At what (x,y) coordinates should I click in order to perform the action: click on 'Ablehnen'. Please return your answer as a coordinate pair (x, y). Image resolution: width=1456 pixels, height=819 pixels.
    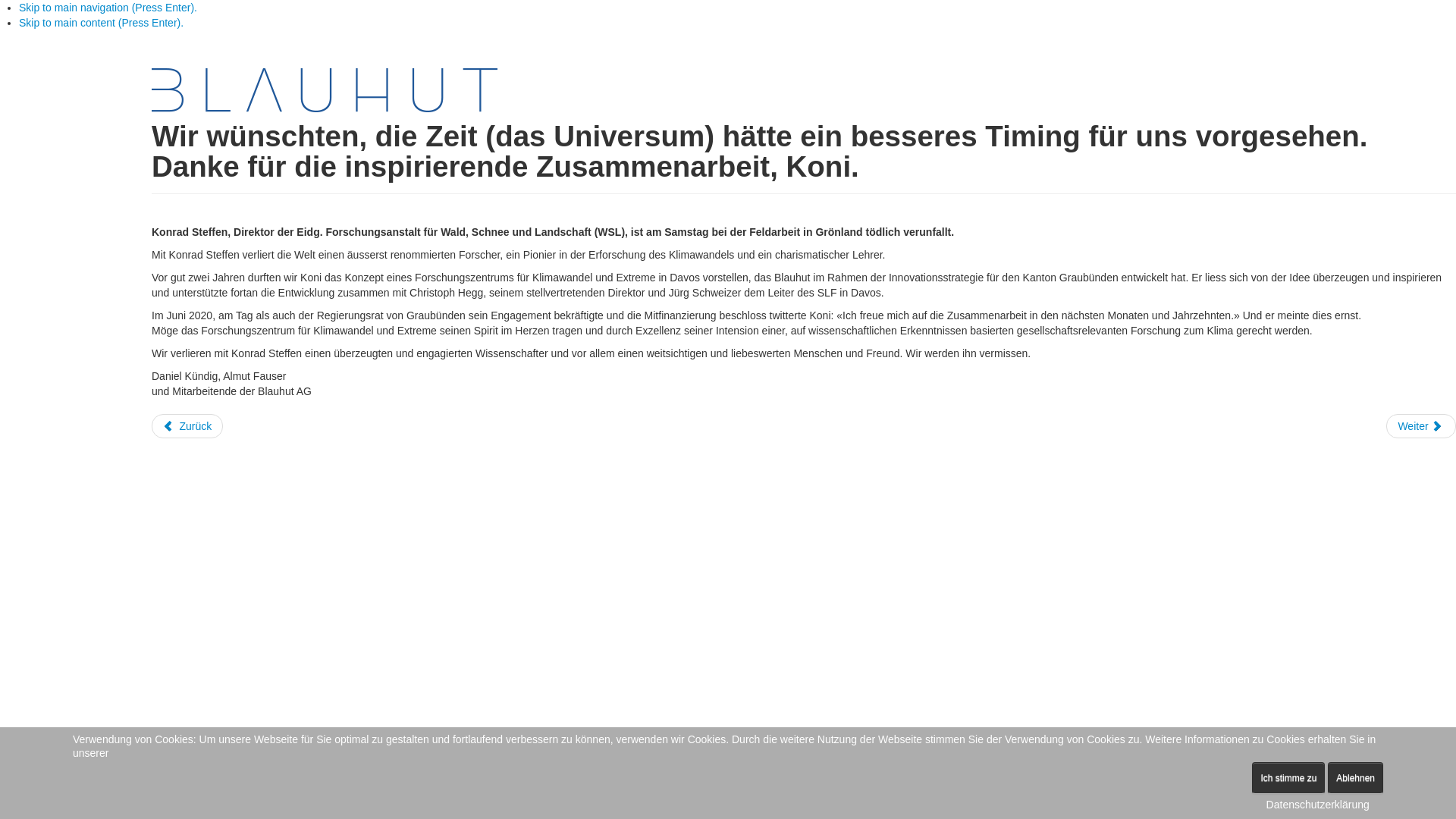
    Looking at the image, I should click on (1327, 778).